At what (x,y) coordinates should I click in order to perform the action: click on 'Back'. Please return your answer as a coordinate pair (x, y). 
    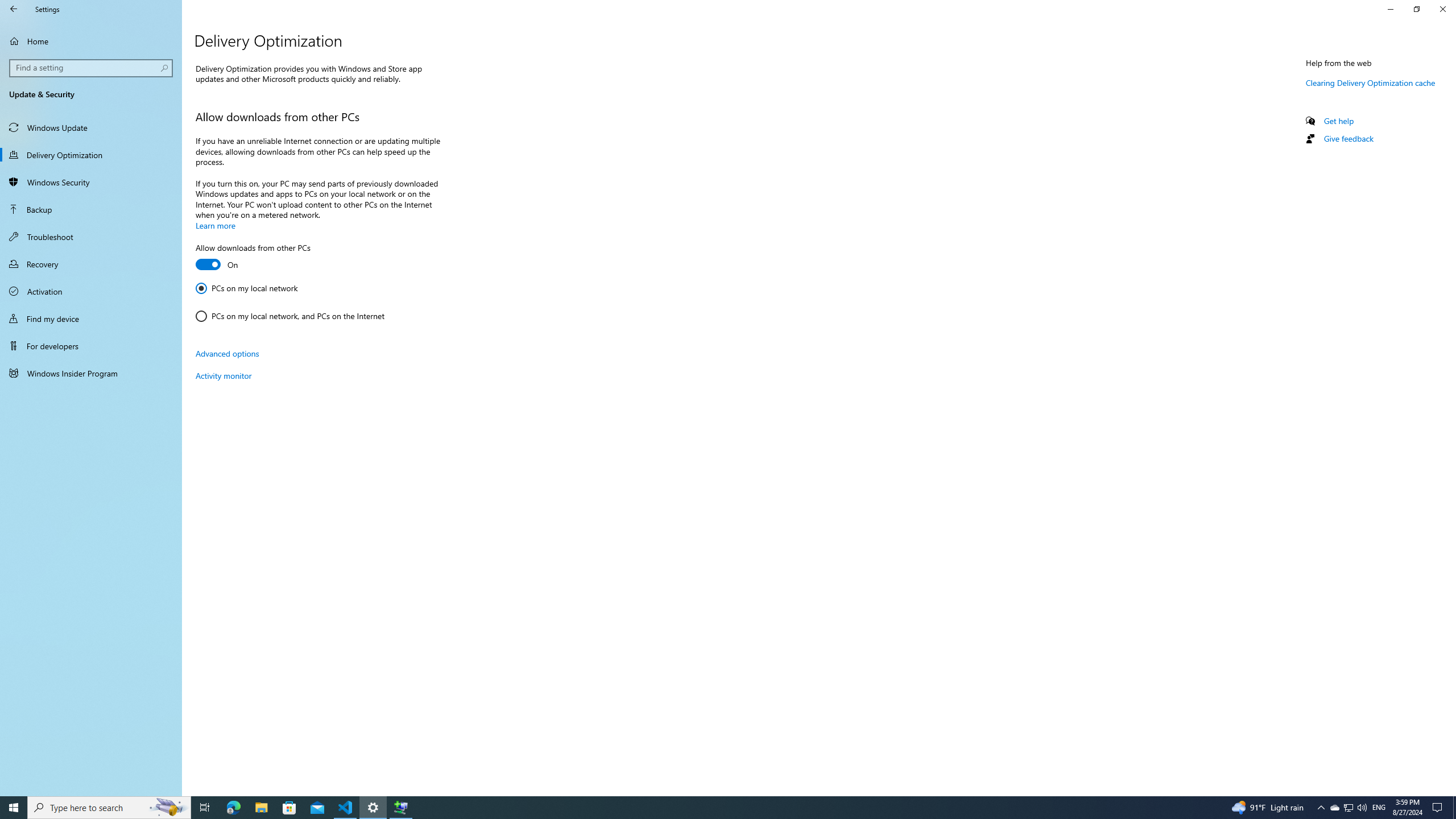
    Looking at the image, I should click on (14, 9).